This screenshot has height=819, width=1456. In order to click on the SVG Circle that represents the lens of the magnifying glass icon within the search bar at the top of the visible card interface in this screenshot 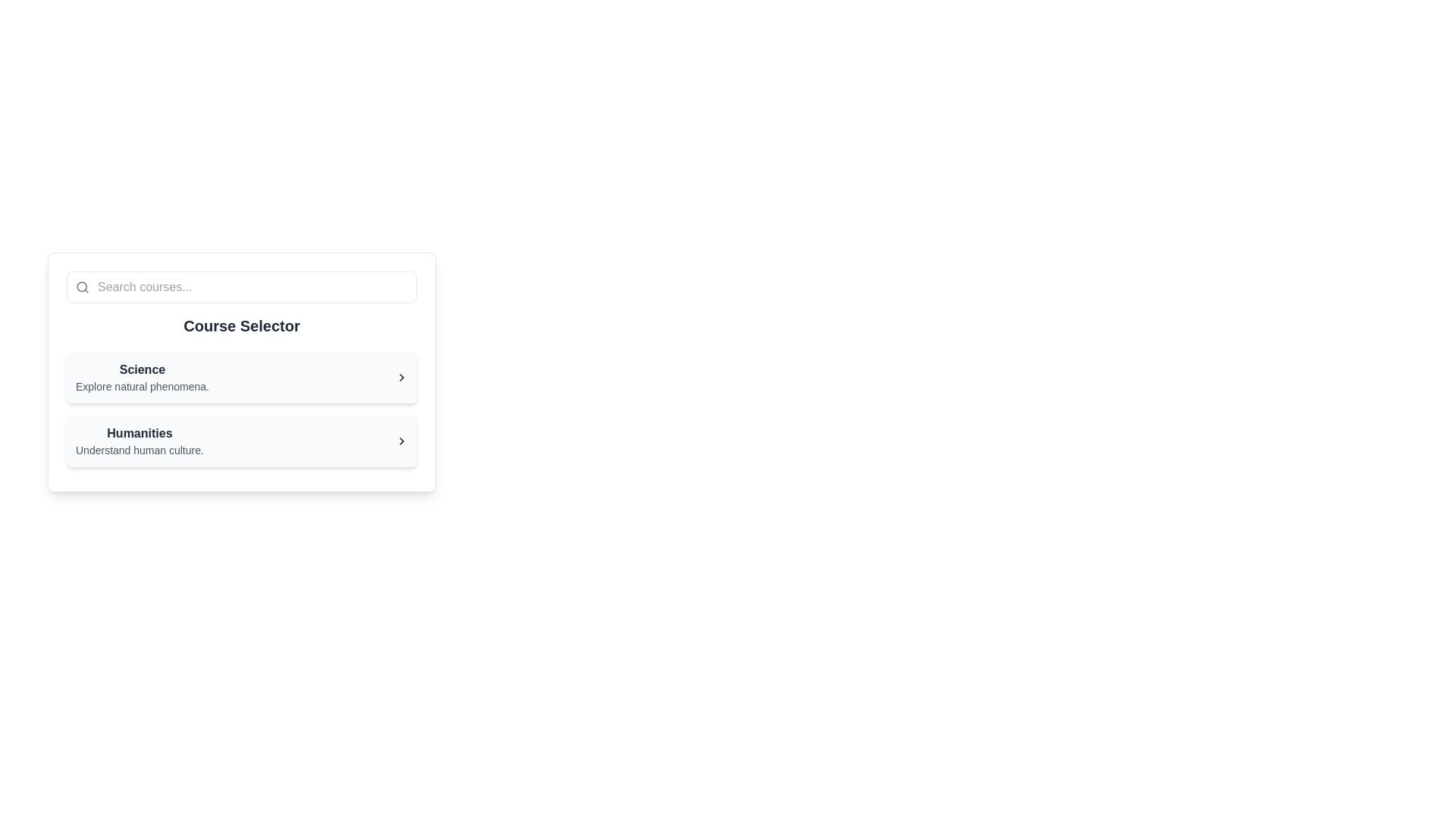, I will do `click(81, 287)`.